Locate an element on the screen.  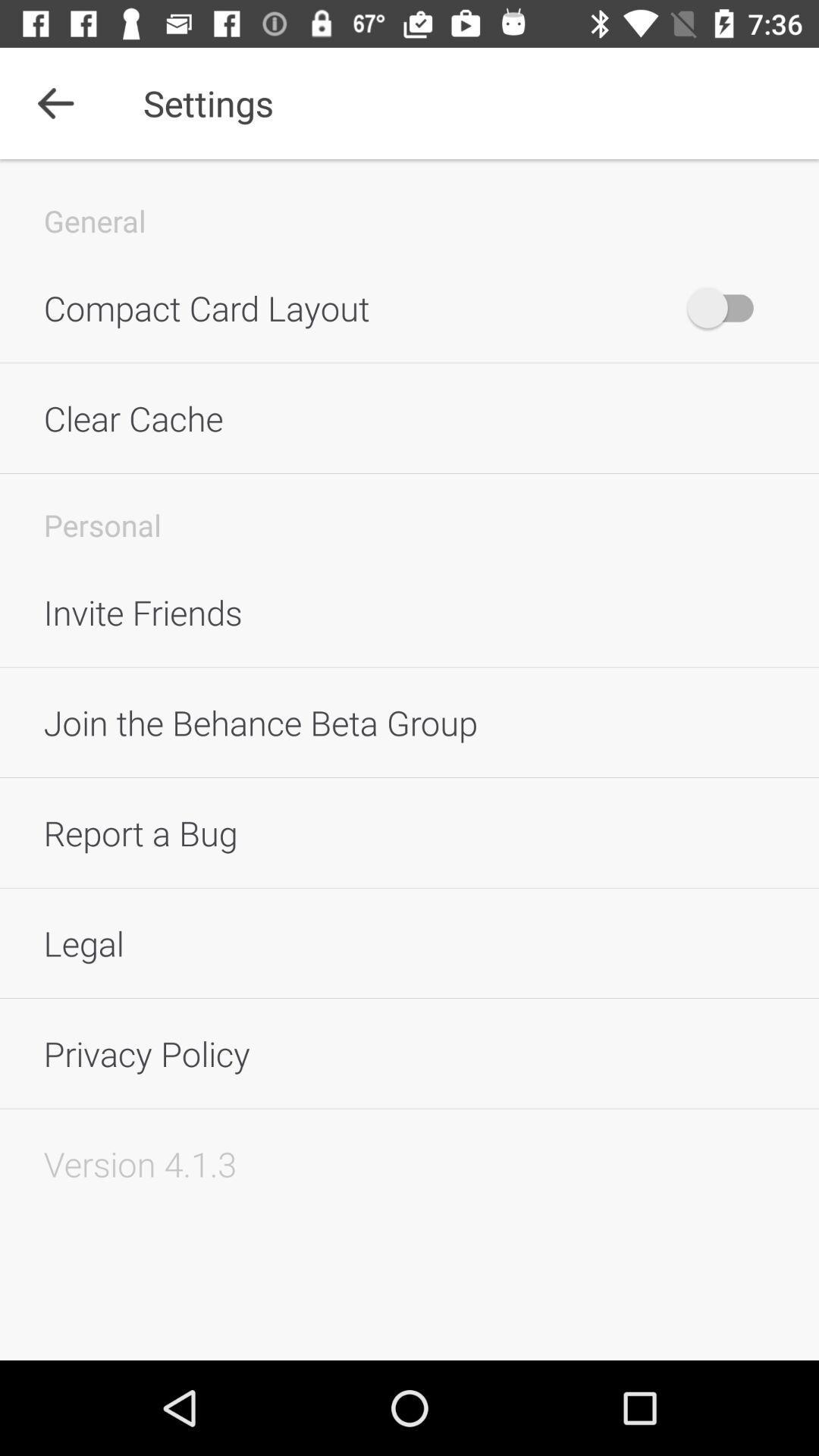
the item below the join the behance is located at coordinates (409, 832).